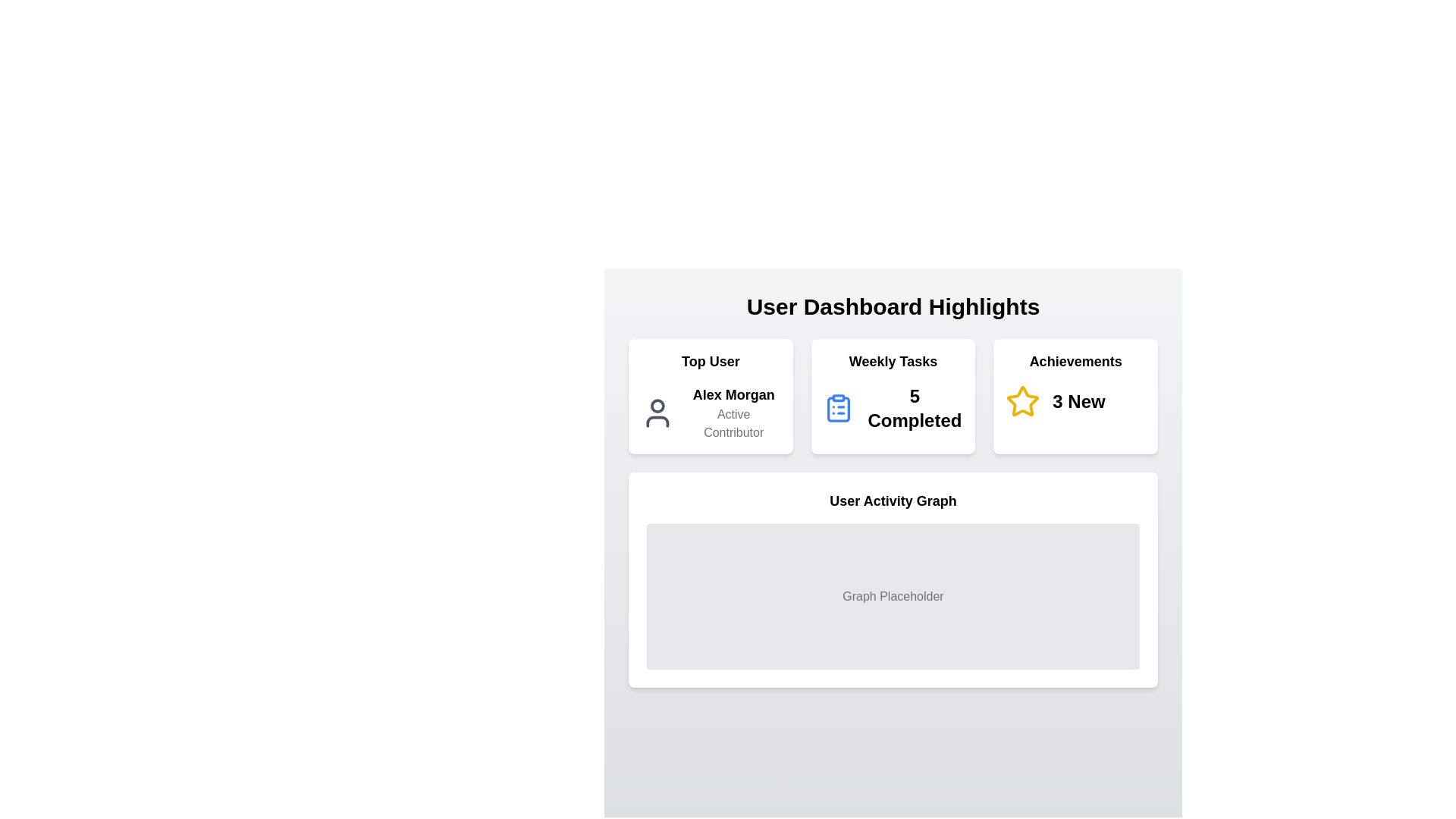 This screenshot has width=1456, height=819. Describe the element at coordinates (733, 424) in the screenshot. I see `the Static text displaying 'Active Contributor', which is located below 'Alex Morgan' in the 'Top User' section of the dashboard` at that location.